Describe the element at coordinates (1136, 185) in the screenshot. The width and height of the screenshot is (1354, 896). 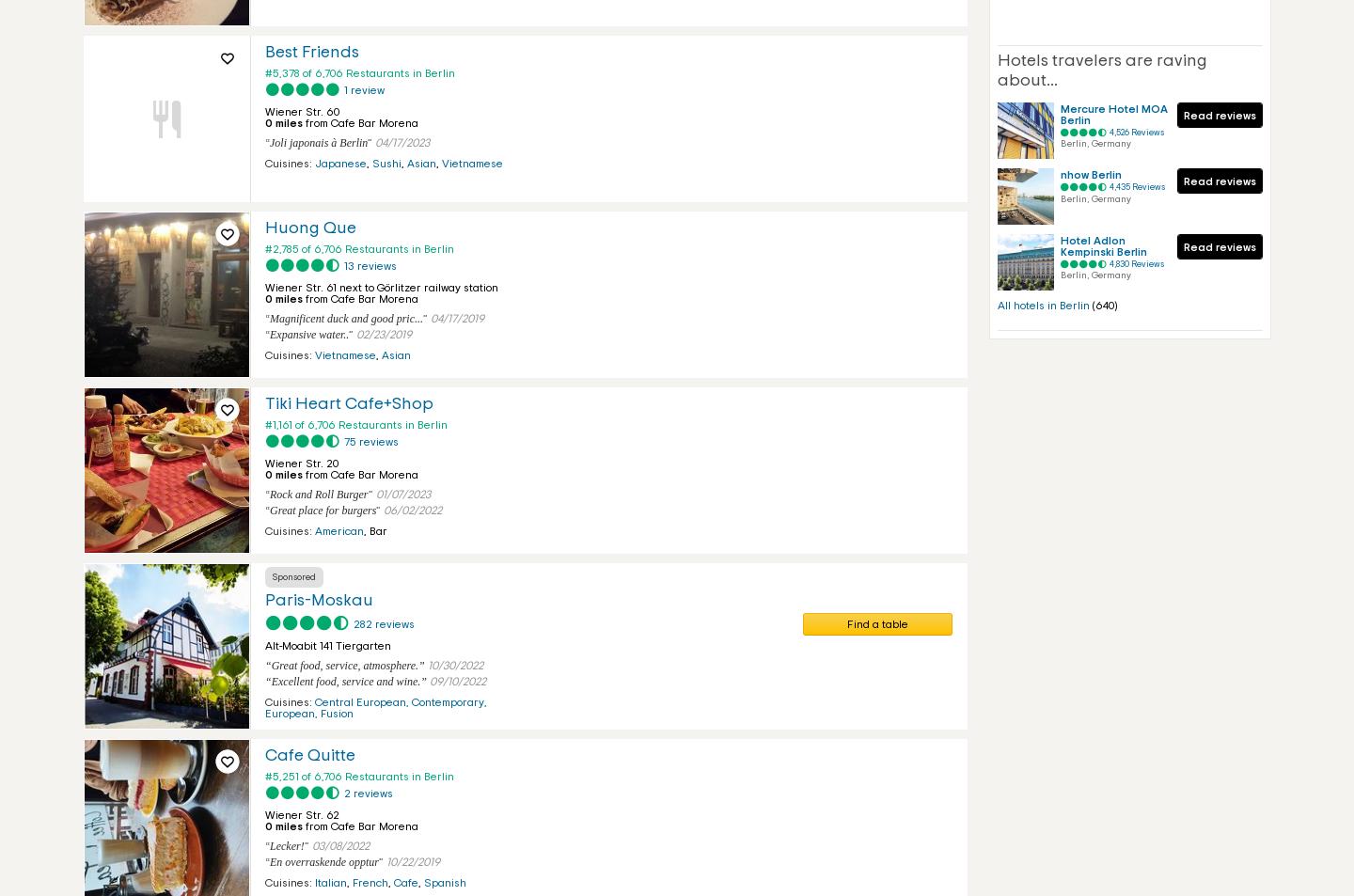
I see `'4,435 Reviews'` at that location.